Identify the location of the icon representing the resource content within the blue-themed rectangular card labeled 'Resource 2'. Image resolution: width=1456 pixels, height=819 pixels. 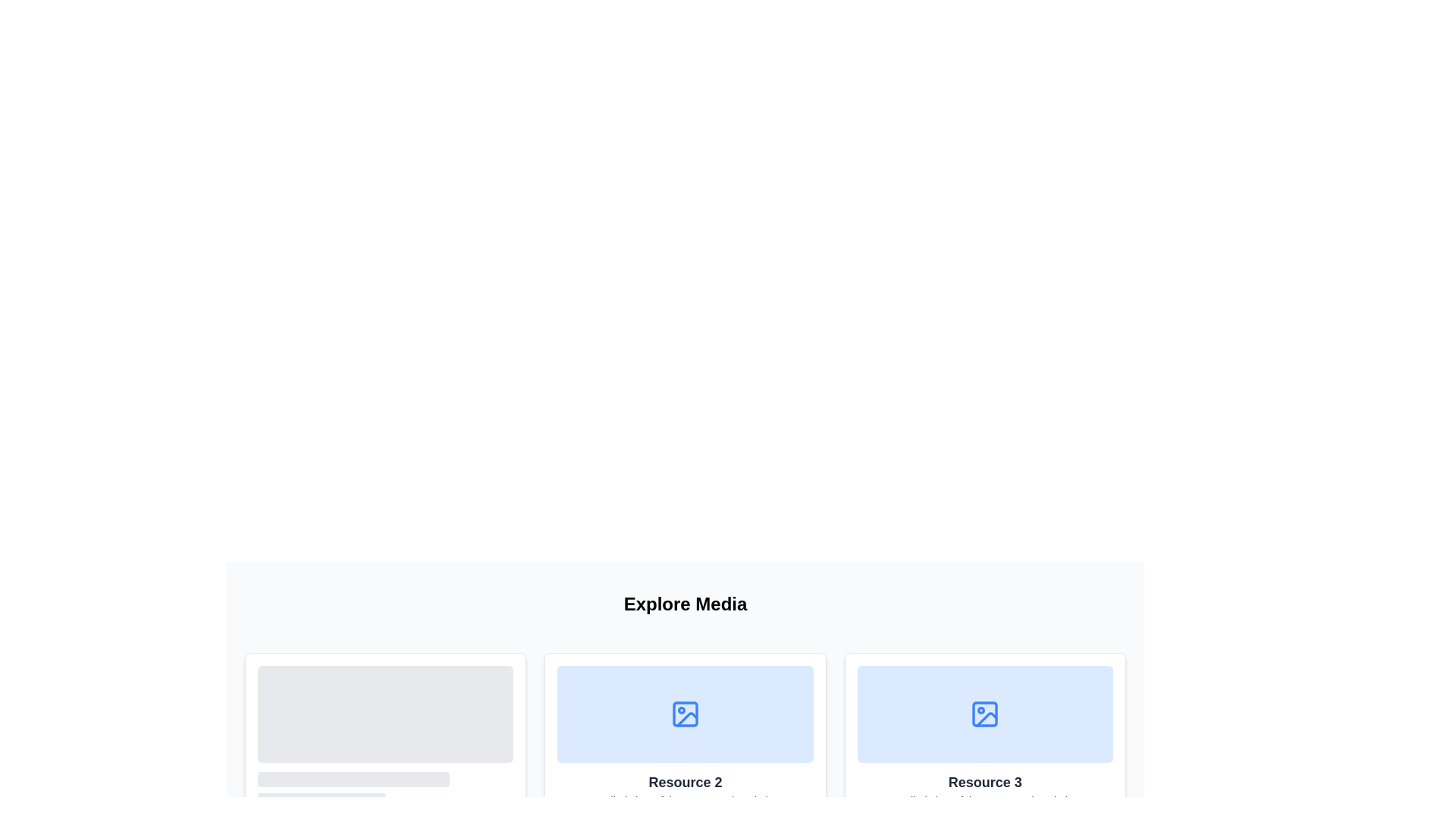
(684, 714).